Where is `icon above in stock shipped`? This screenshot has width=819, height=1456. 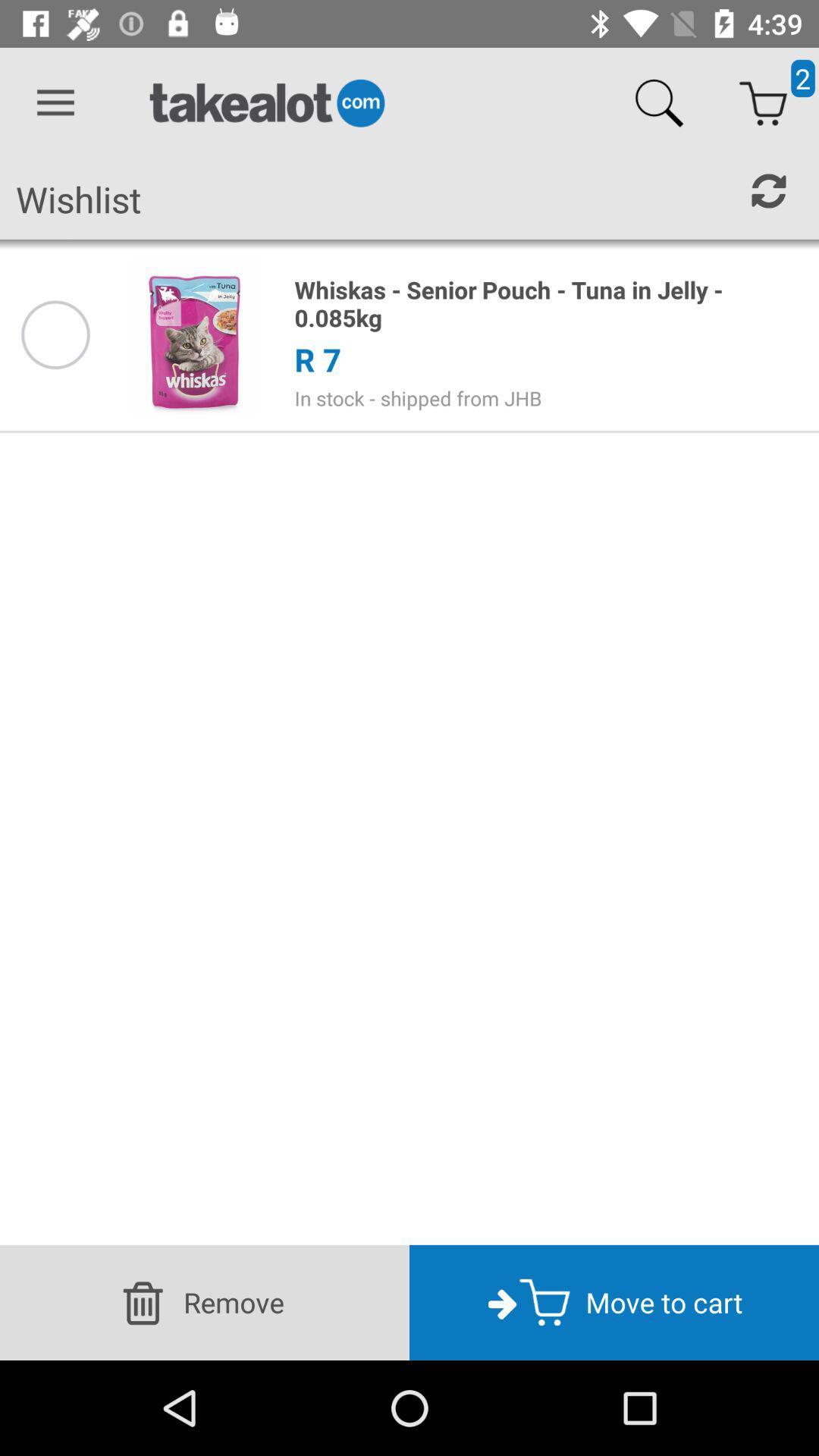
icon above in stock shipped is located at coordinates (317, 359).